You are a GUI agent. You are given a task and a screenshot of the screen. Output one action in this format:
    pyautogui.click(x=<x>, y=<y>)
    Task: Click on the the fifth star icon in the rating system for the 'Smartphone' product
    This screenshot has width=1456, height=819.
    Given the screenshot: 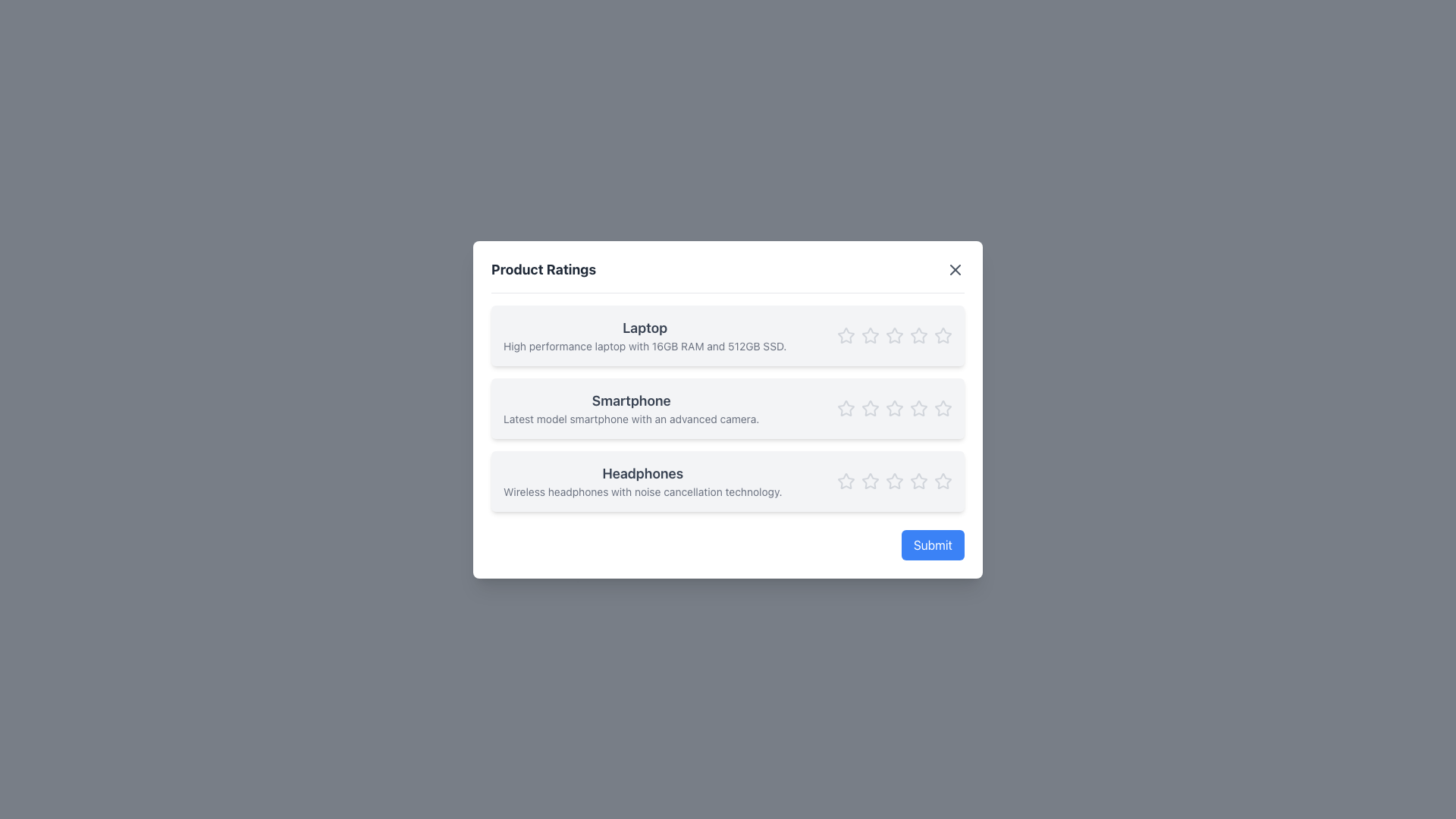 What is the action you would take?
    pyautogui.click(x=942, y=407)
    